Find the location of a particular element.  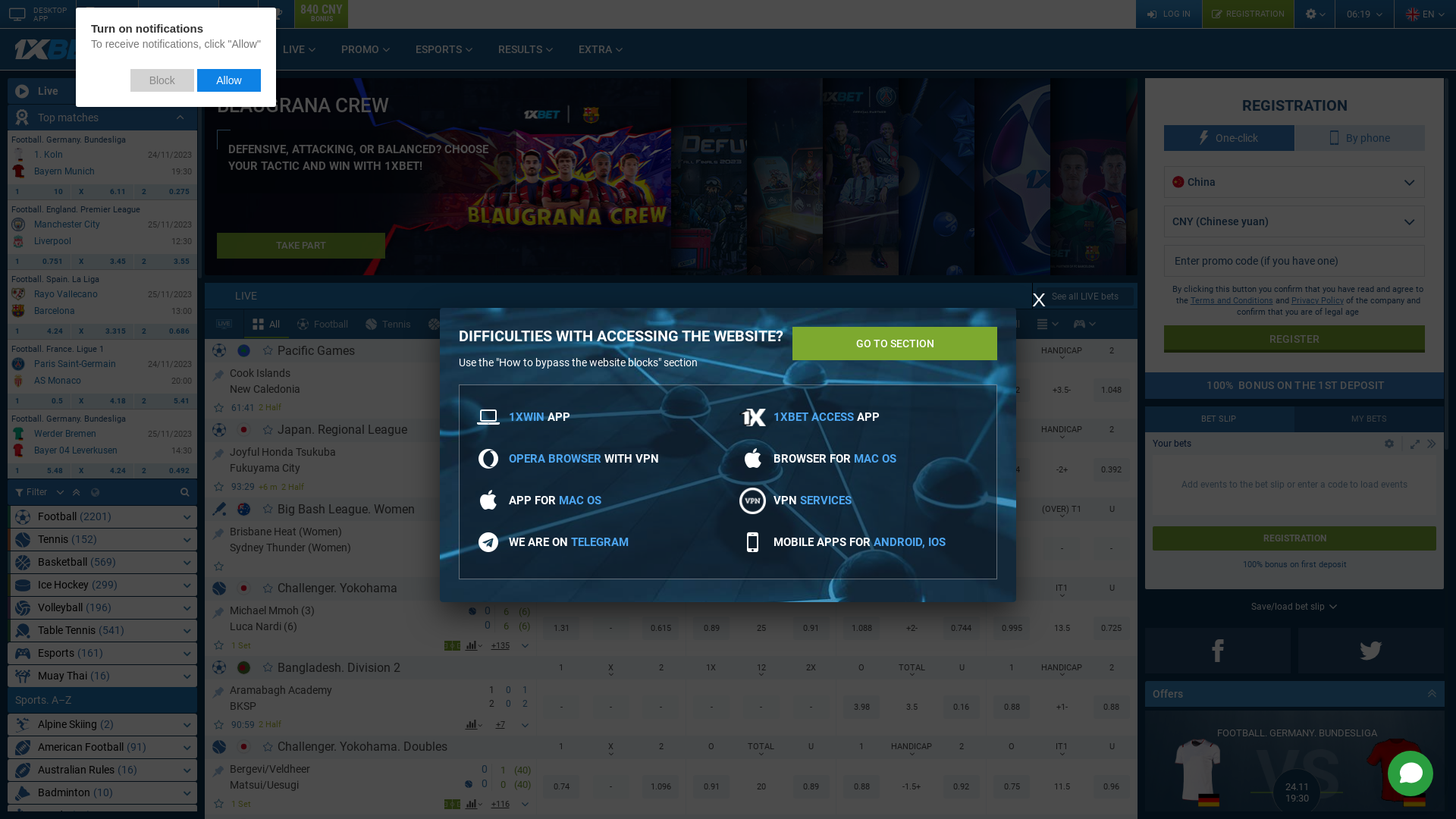

'Allow' is located at coordinates (196, 80).